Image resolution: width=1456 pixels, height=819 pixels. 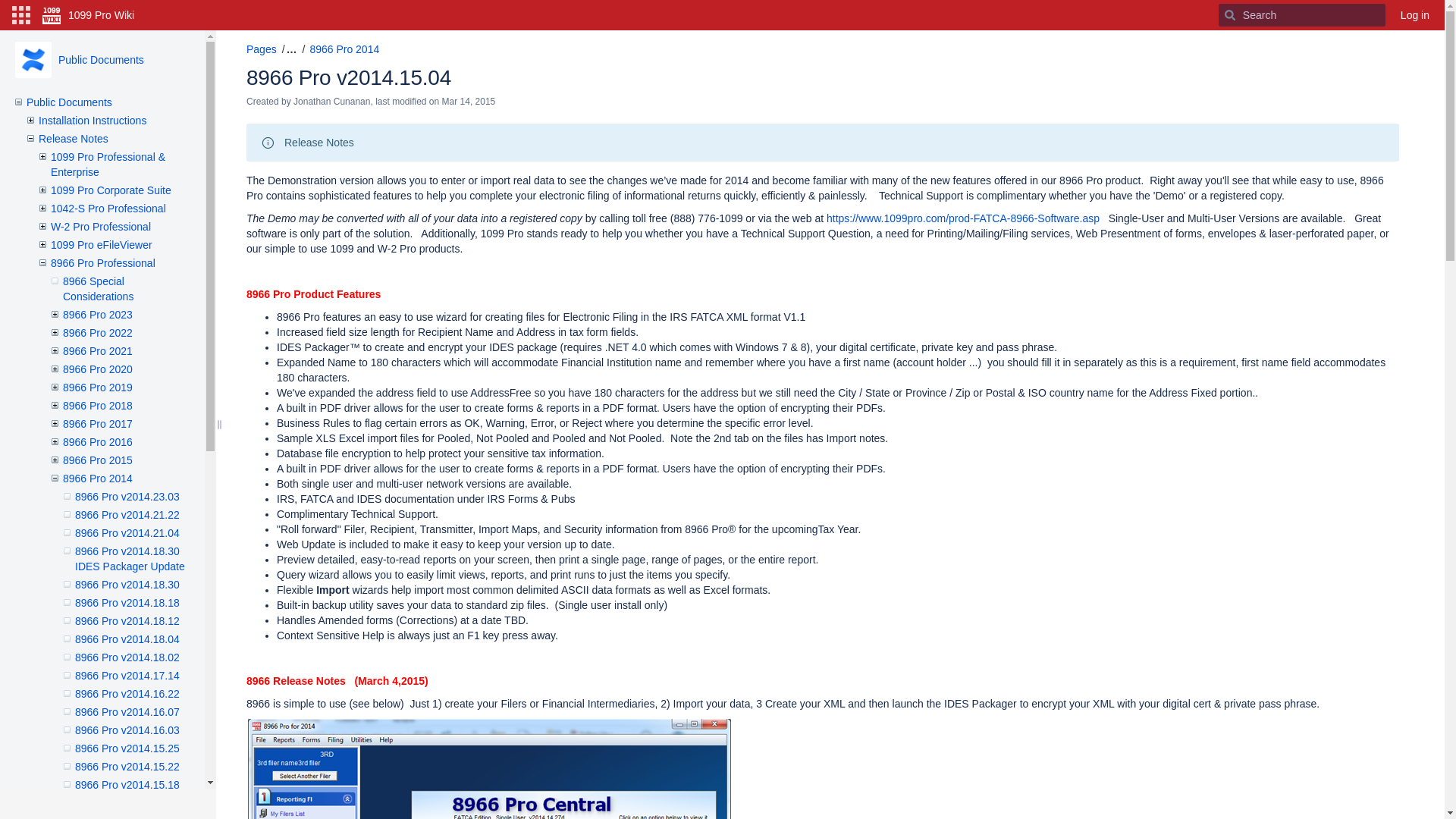 What do you see at coordinates (97, 332) in the screenshot?
I see `'8966 Pro 2022'` at bounding box center [97, 332].